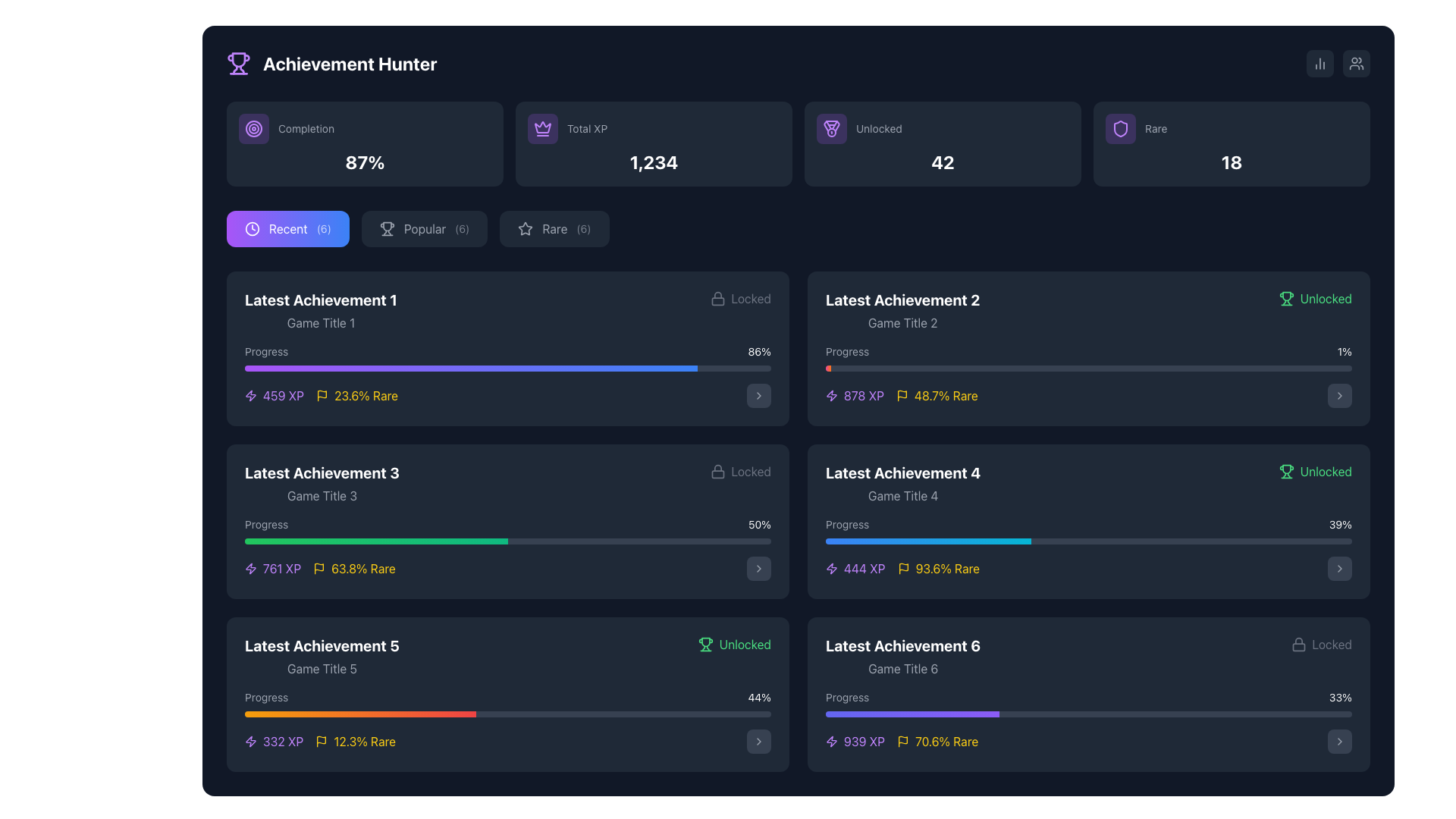  I want to click on the bold, white text label that reads 'Latest Achievement 3', which is centered in a dark blue background and serves as a title for the segment, so click(321, 472).